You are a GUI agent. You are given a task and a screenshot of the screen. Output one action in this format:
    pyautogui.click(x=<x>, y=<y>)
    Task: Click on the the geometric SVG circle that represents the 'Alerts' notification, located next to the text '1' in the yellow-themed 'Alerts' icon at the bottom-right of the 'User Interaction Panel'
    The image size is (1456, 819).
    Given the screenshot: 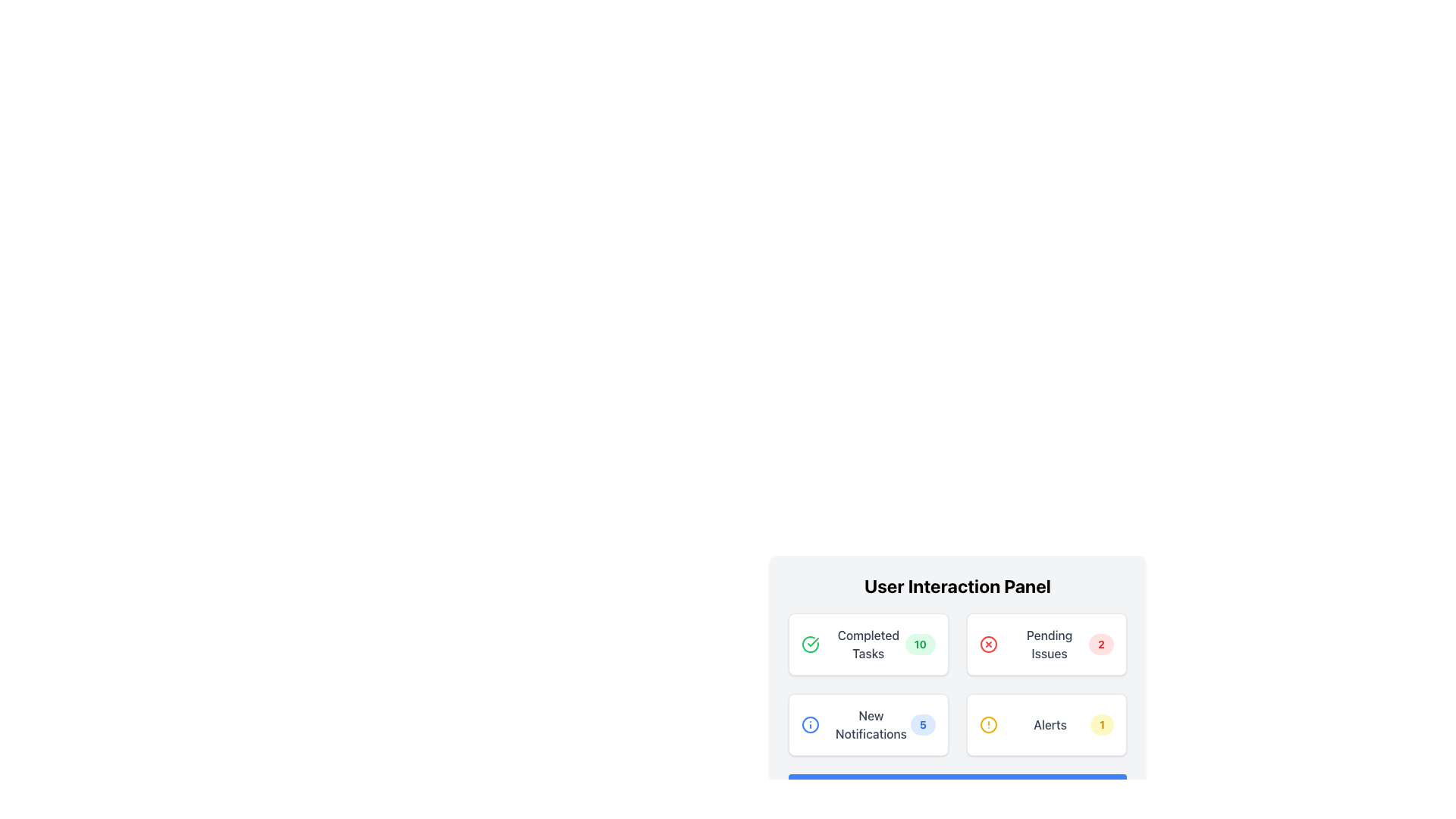 What is the action you would take?
    pyautogui.click(x=989, y=724)
    